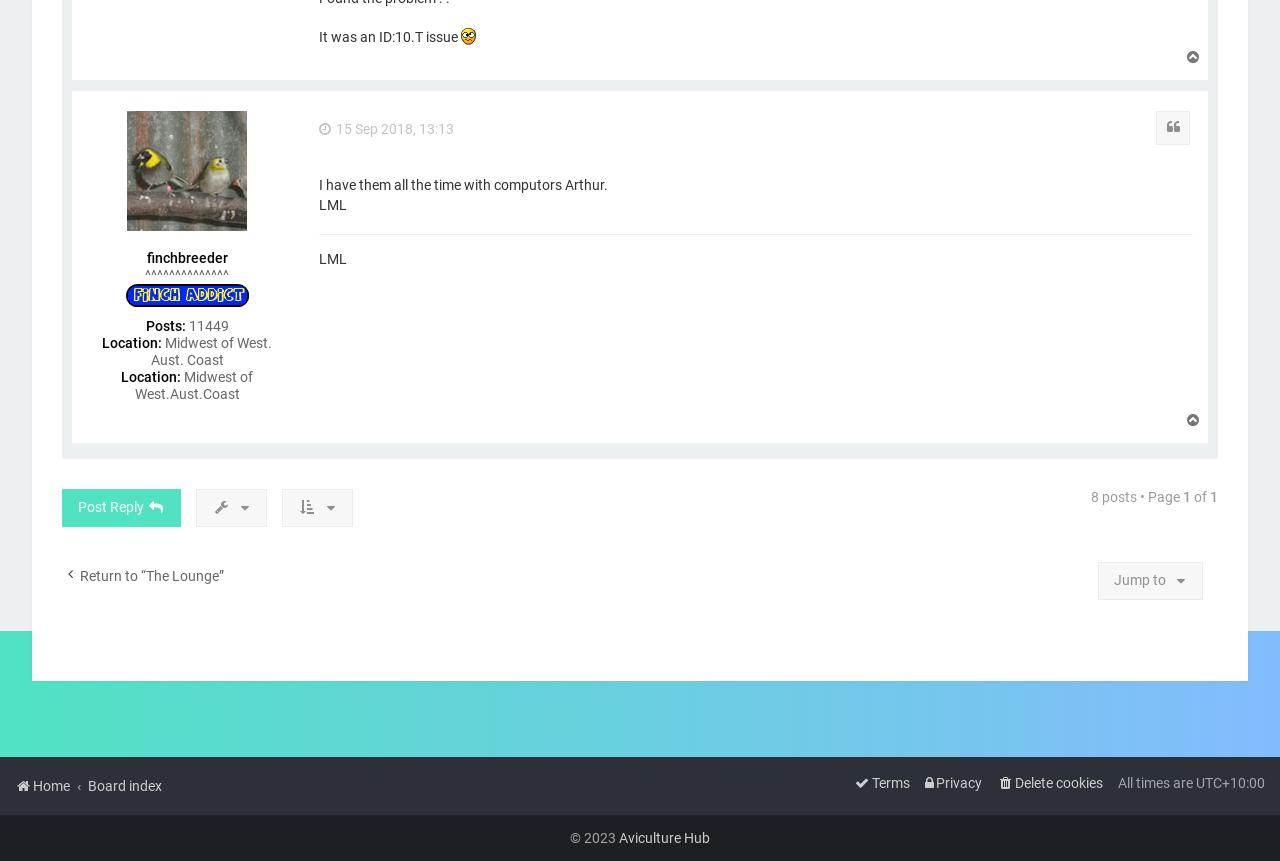  What do you see at coordinates (890, 781) in the screenshot?
I see `'Terms'` at bounding box center [890, 781].